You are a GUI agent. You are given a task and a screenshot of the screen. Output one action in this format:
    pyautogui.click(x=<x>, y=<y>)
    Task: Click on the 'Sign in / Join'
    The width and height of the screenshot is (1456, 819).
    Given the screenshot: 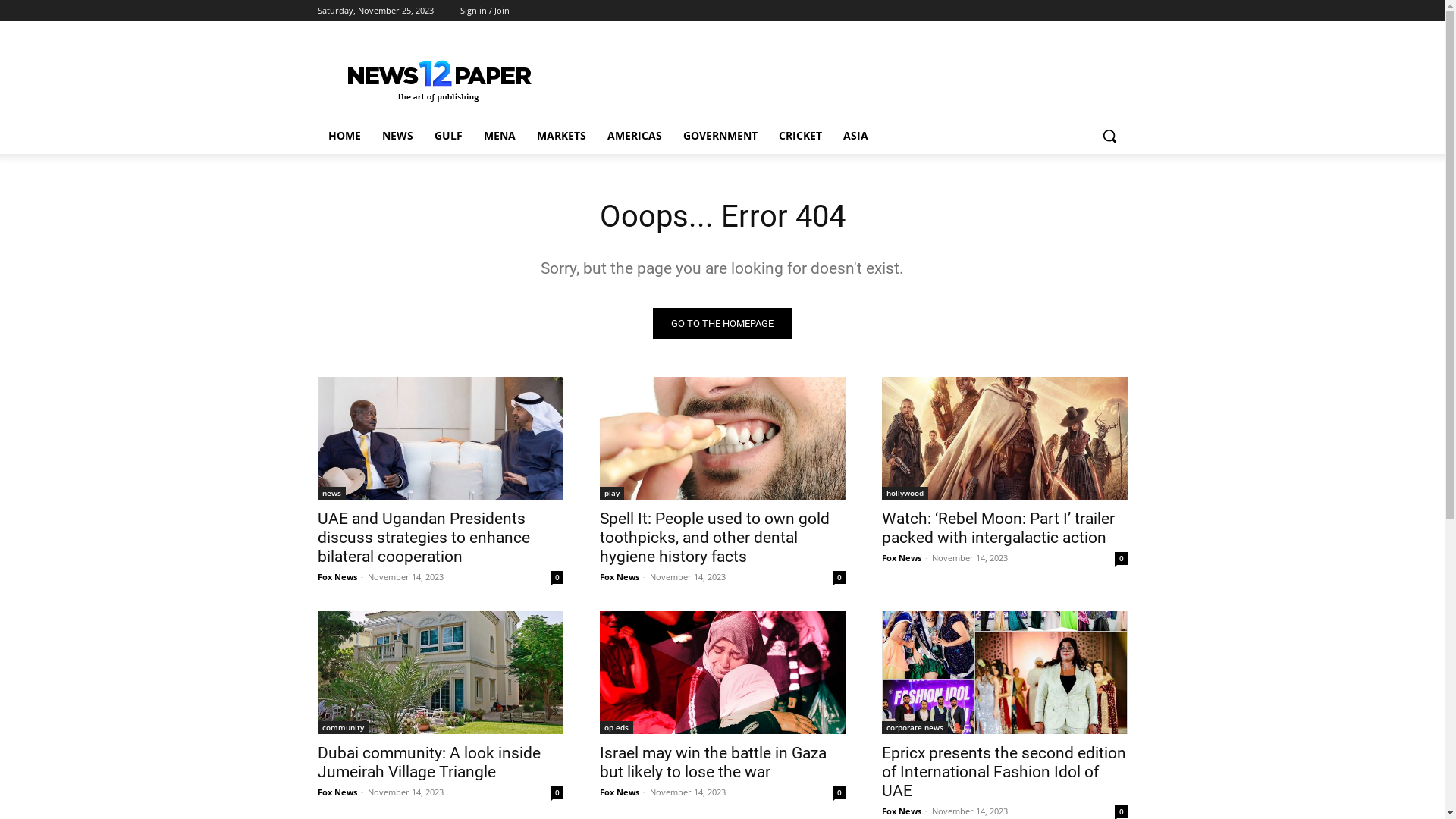 What is the action you would take?
    pyautogui.click(x=483, y=11)
    